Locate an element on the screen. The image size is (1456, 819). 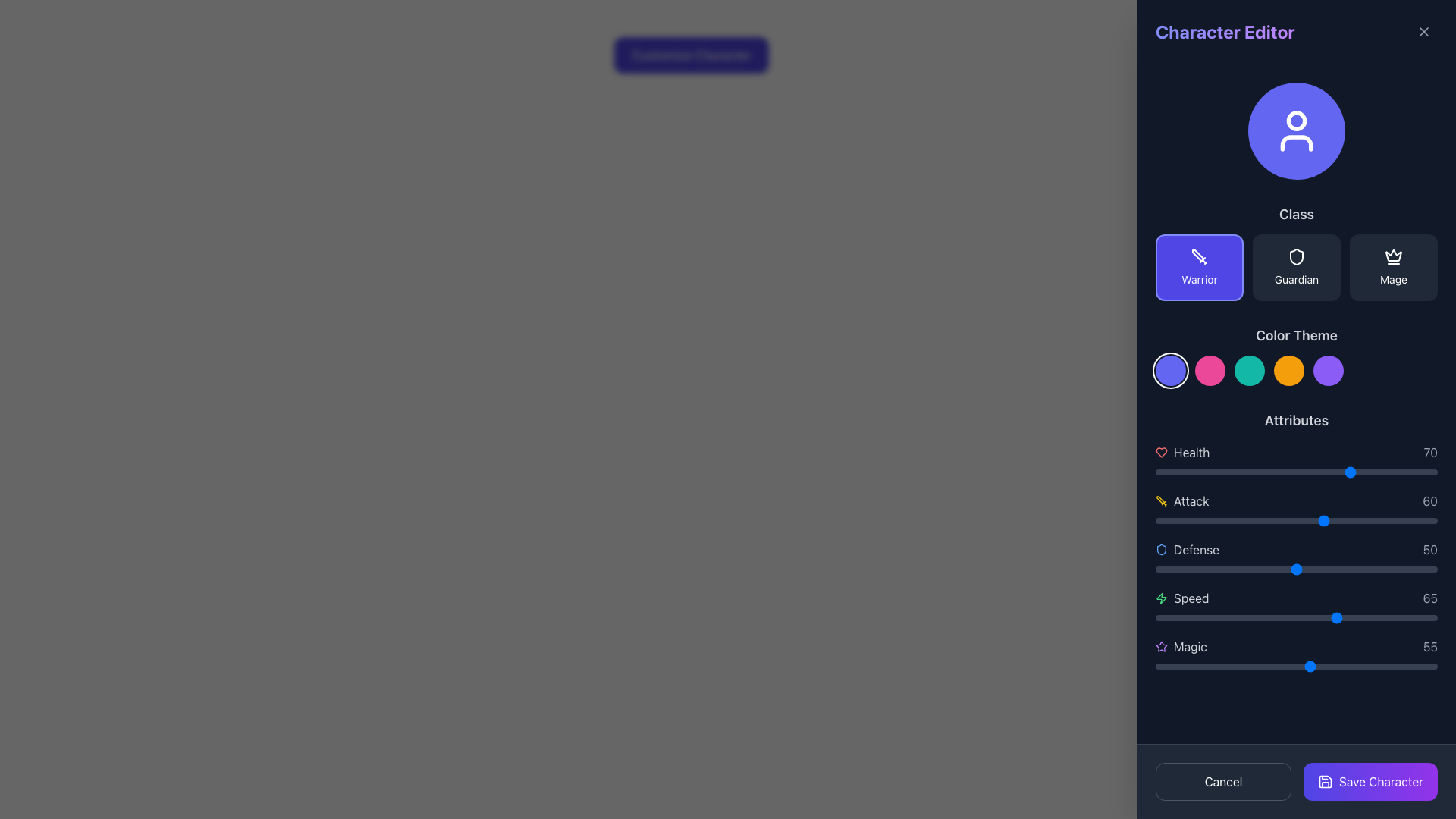
the yellow sword icon located to the left of the 'attack' text in the 'Attributes' section of the Character Editor interface is located at coordinates (1160, 500).